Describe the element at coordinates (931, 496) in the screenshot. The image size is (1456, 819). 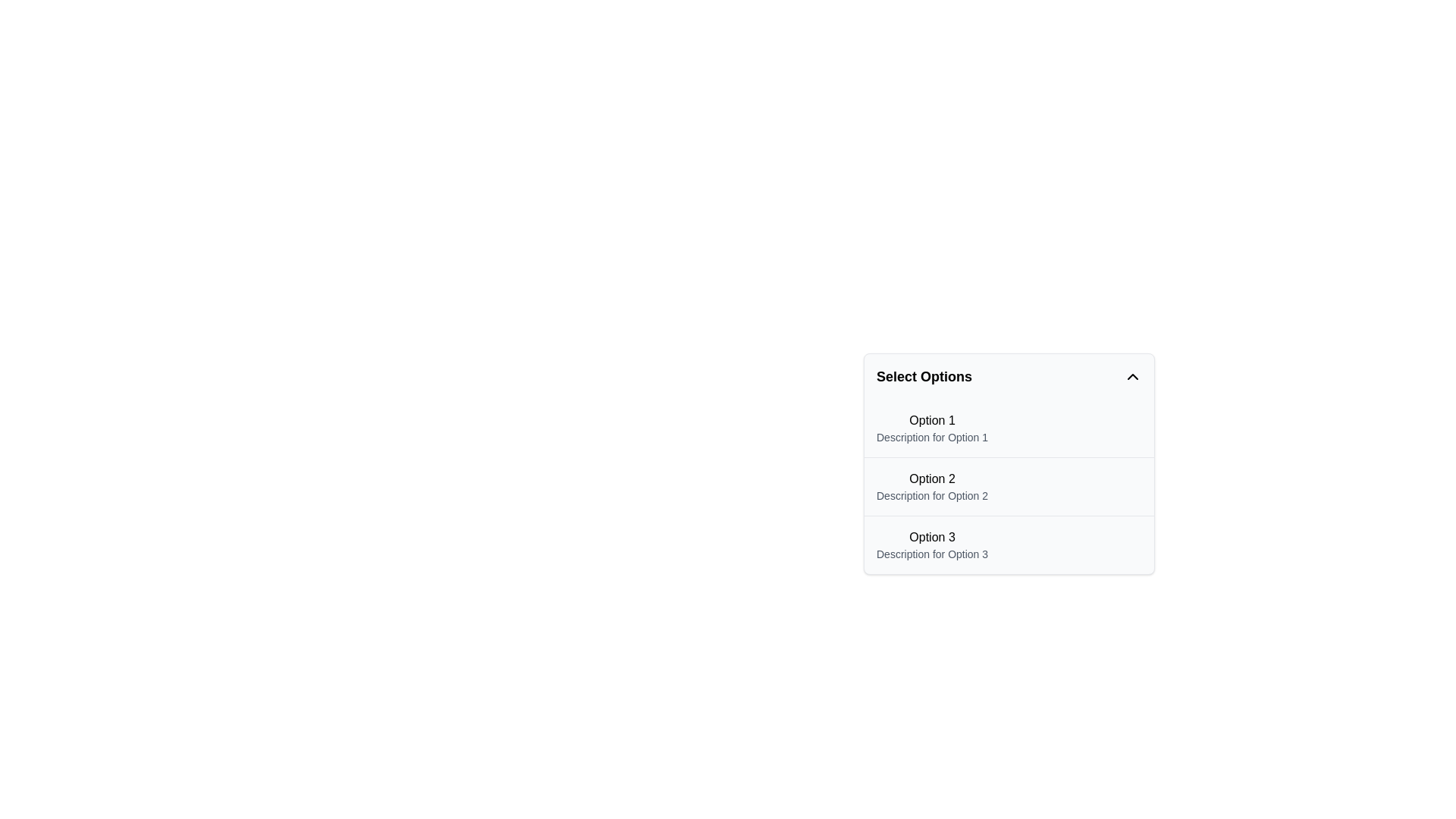
I see `the text element that displays 'Description for Option 2,' which is located directly beneath the main title 'Option 2' in the dropdown menu` at that location.